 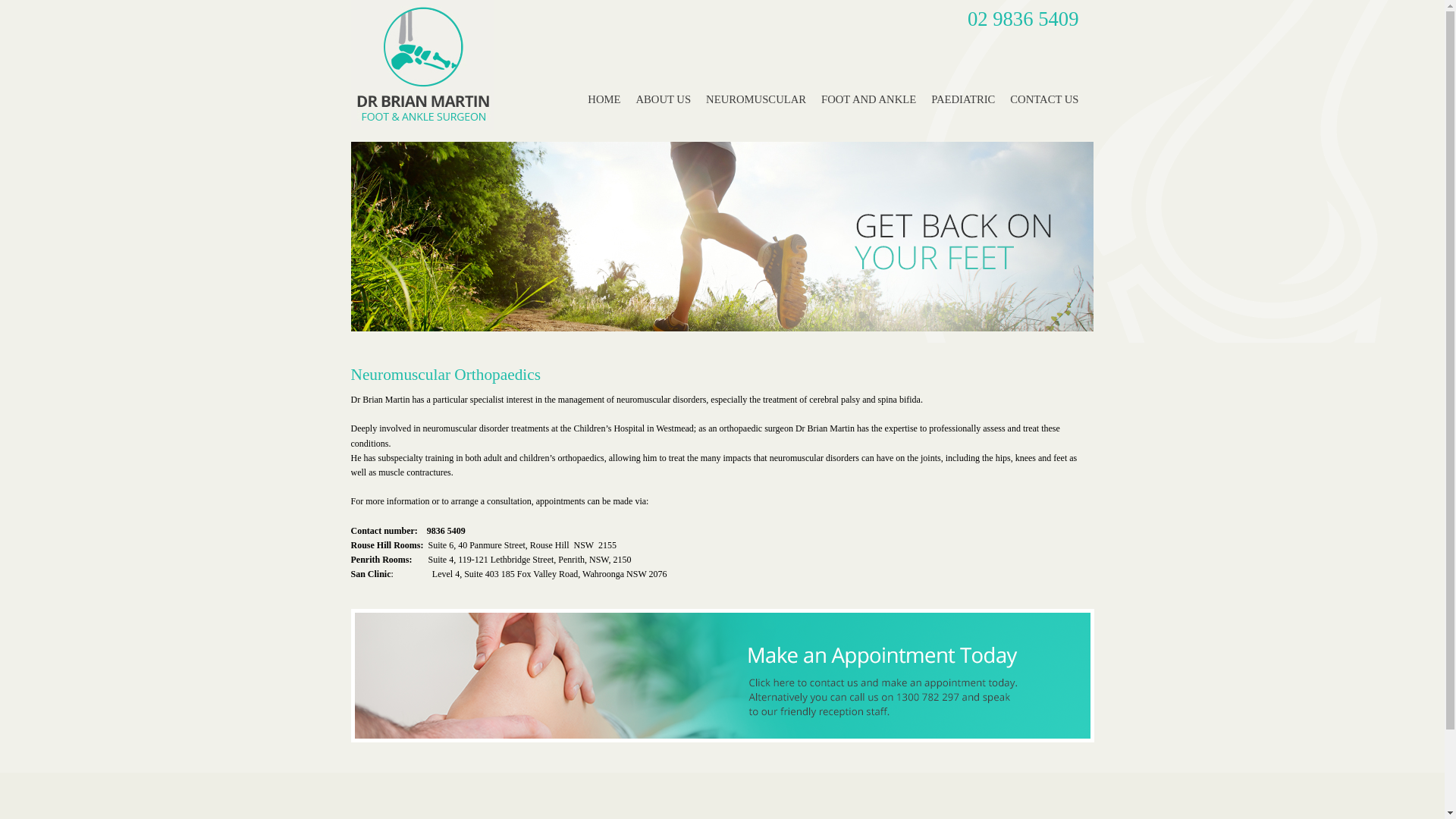 I want to click on 'ABOUT US', so click(x=663, y=99).